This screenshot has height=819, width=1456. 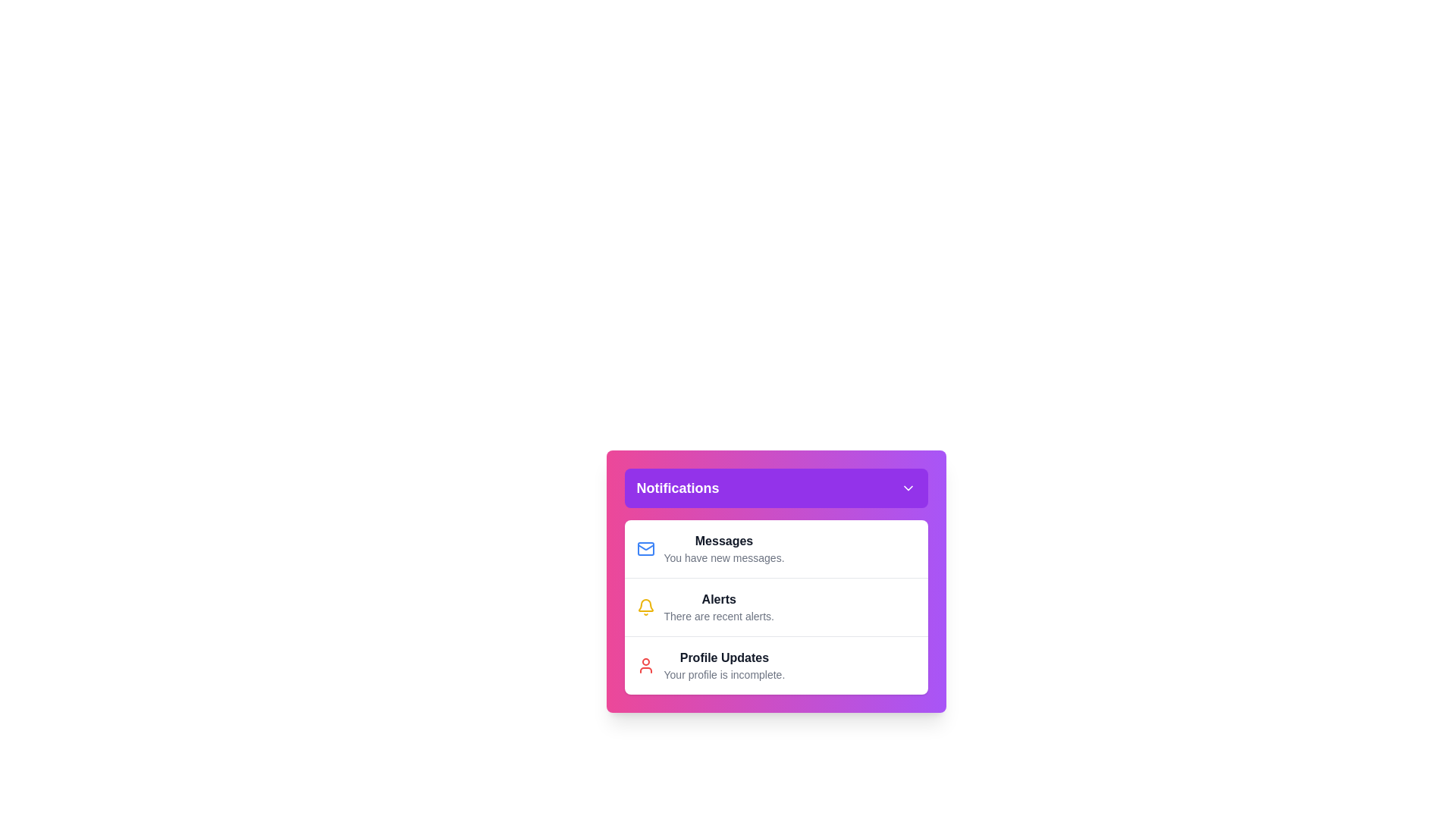 I want to click on the static text label that indicates recent alerts, positioned below the 'Alerts' section in the Notifications widget, between 'Messages' and 'Profile Updates', so click(x=718, y=617).